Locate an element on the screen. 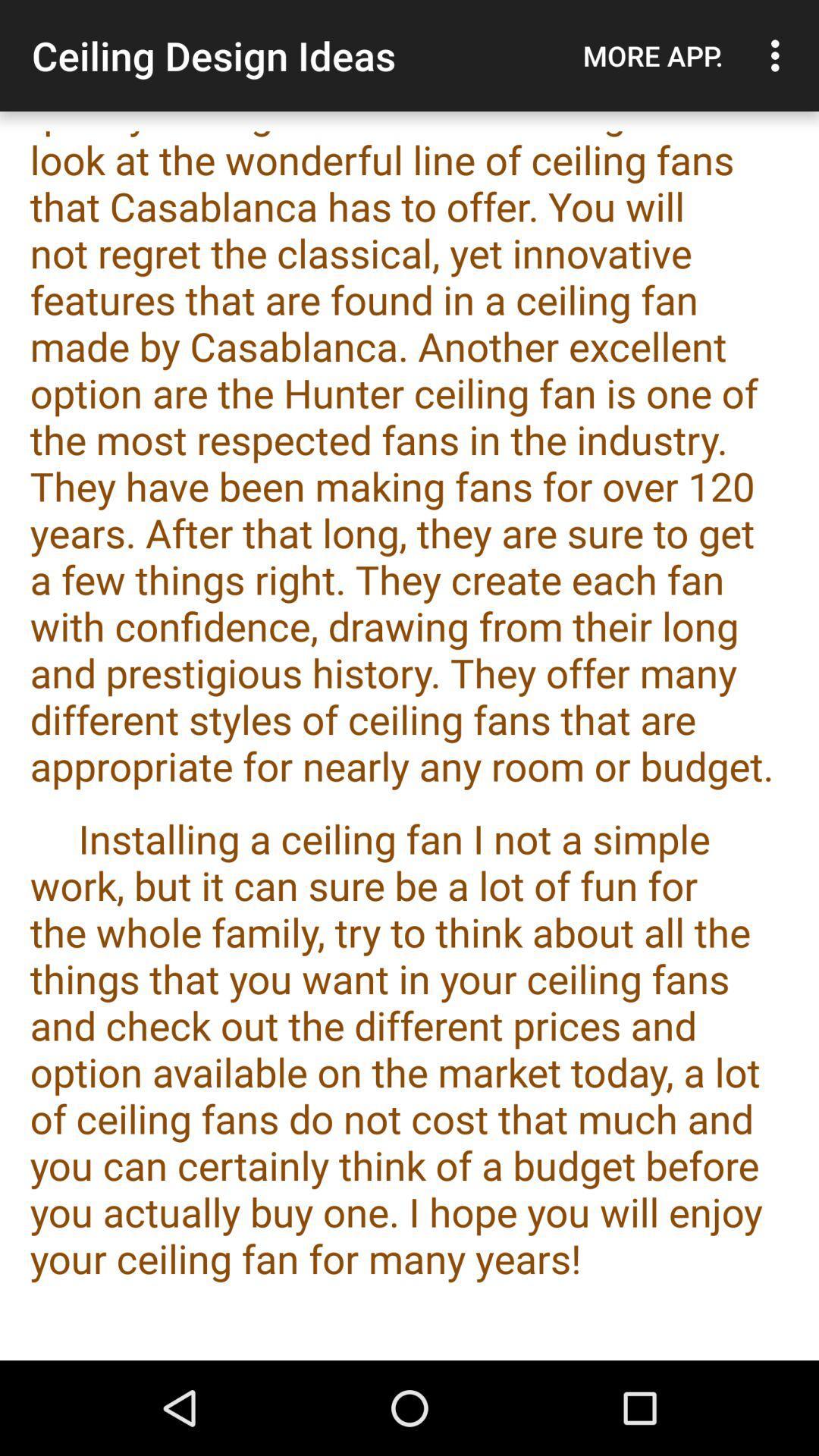 This screenshot has width=819, height=1456. the app next to the ceiling design ideas item is located at coordinates (652, 55).